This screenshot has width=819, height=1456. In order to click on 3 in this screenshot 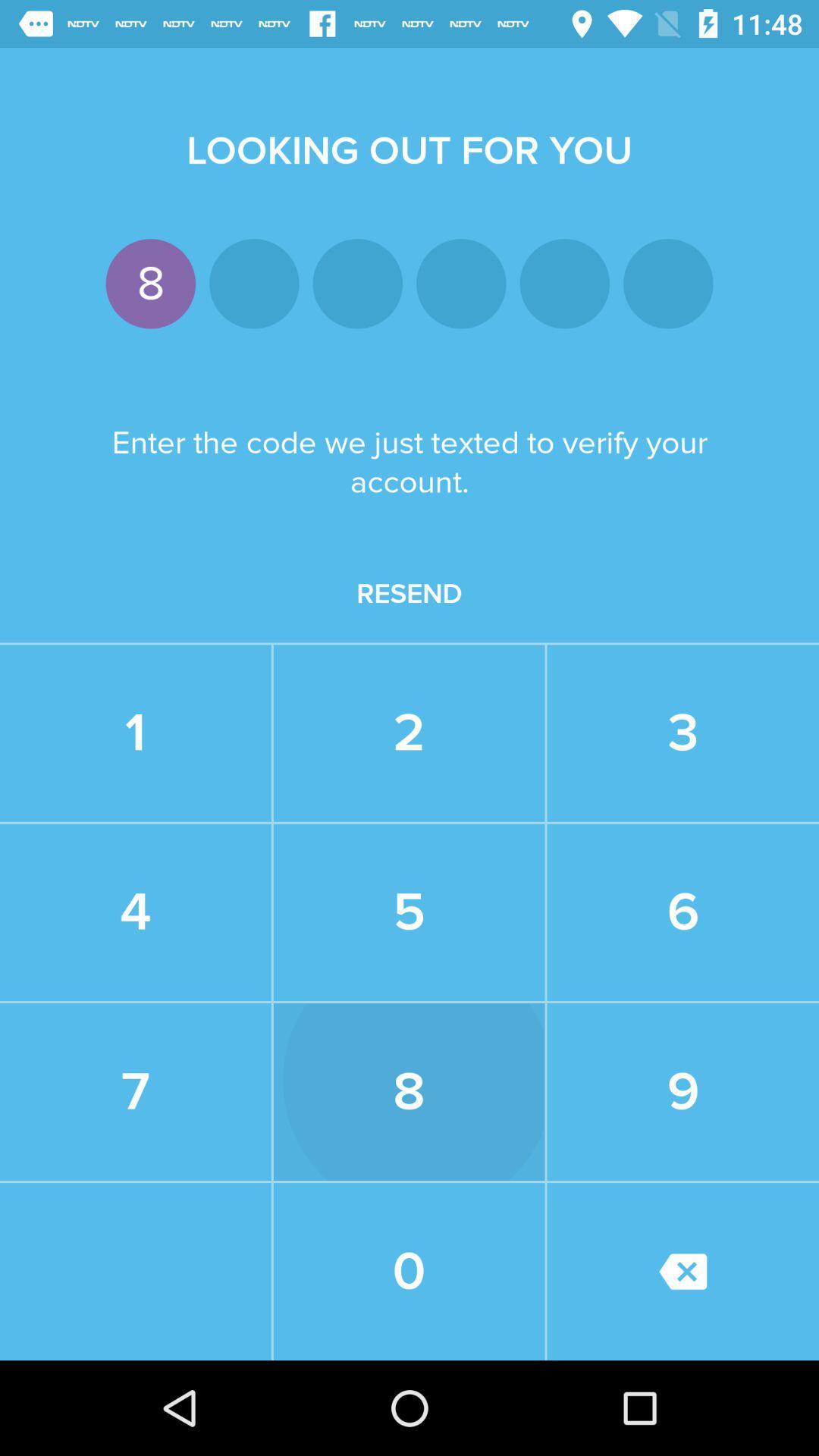, I will do `click(683, 733)`.